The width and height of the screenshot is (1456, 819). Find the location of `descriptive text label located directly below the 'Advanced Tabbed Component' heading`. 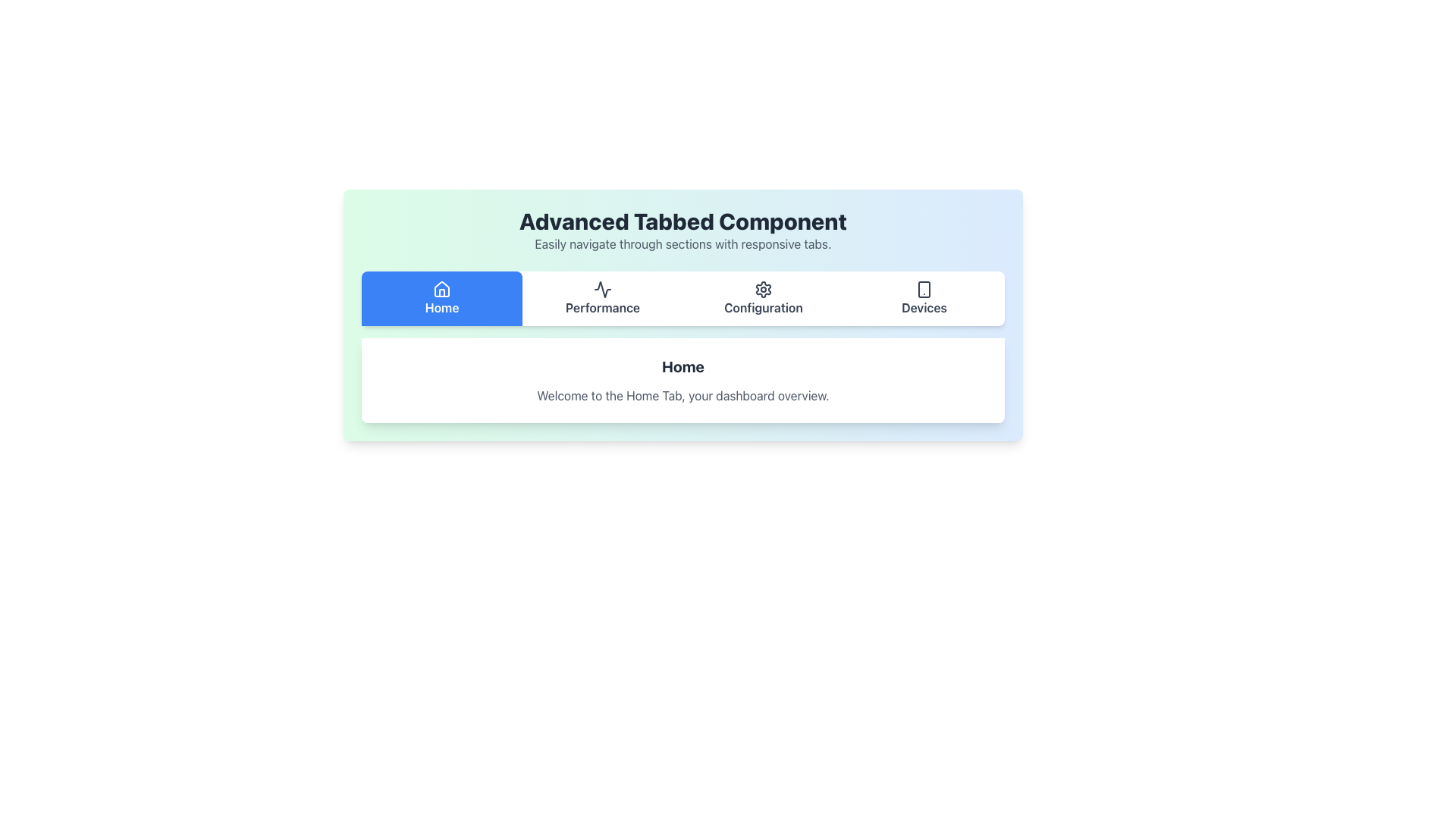

descriptive text label located directly below the 'Advanced Tabbed Component' heading is located at coordinates (682, 243).